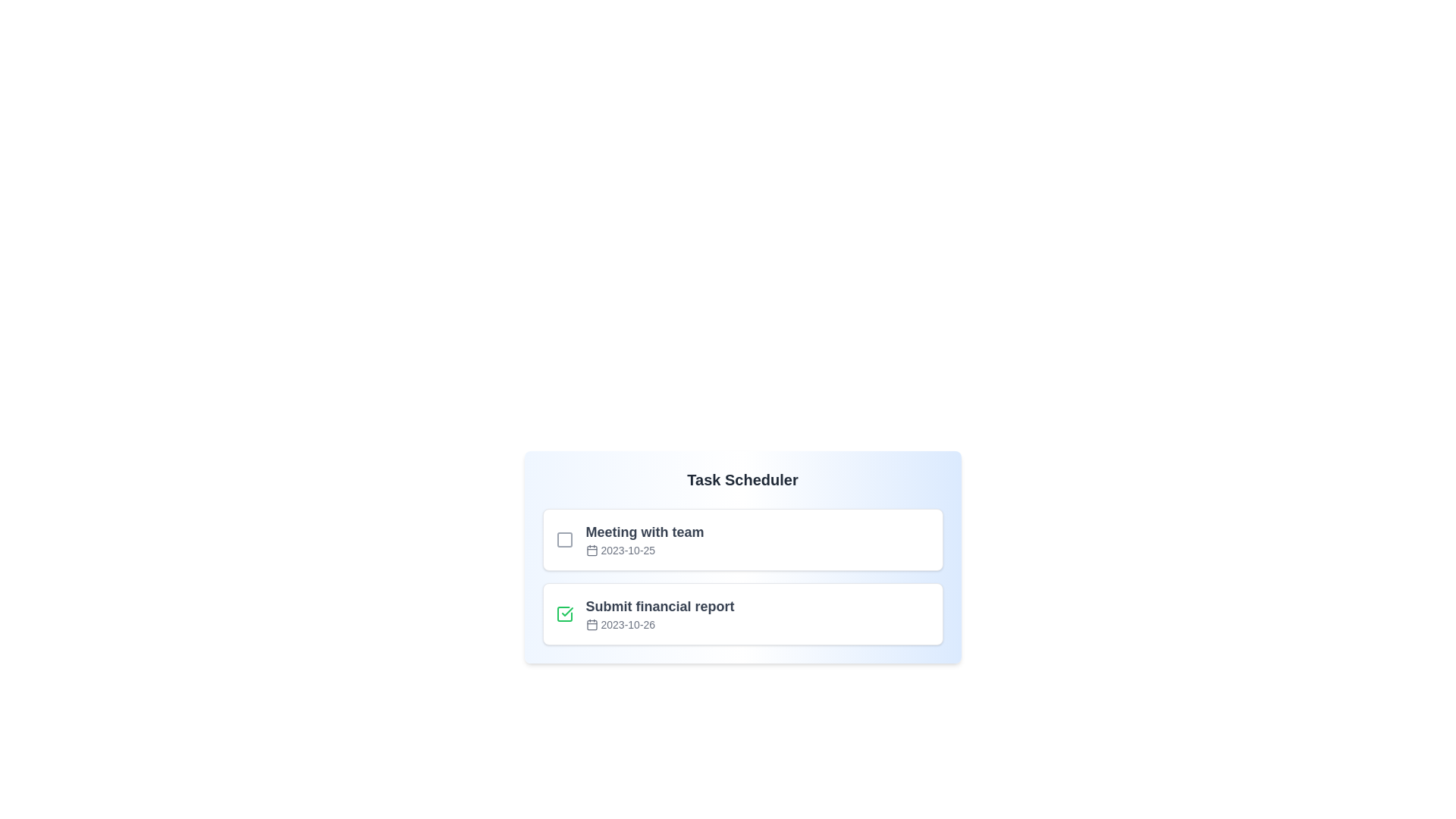  What do you see at coordinates (563, 539) in the screenshot?
I see `the checkbox at the top-left corner of the card for the 'Meeting with team' task` at bounding box center [563, 539].